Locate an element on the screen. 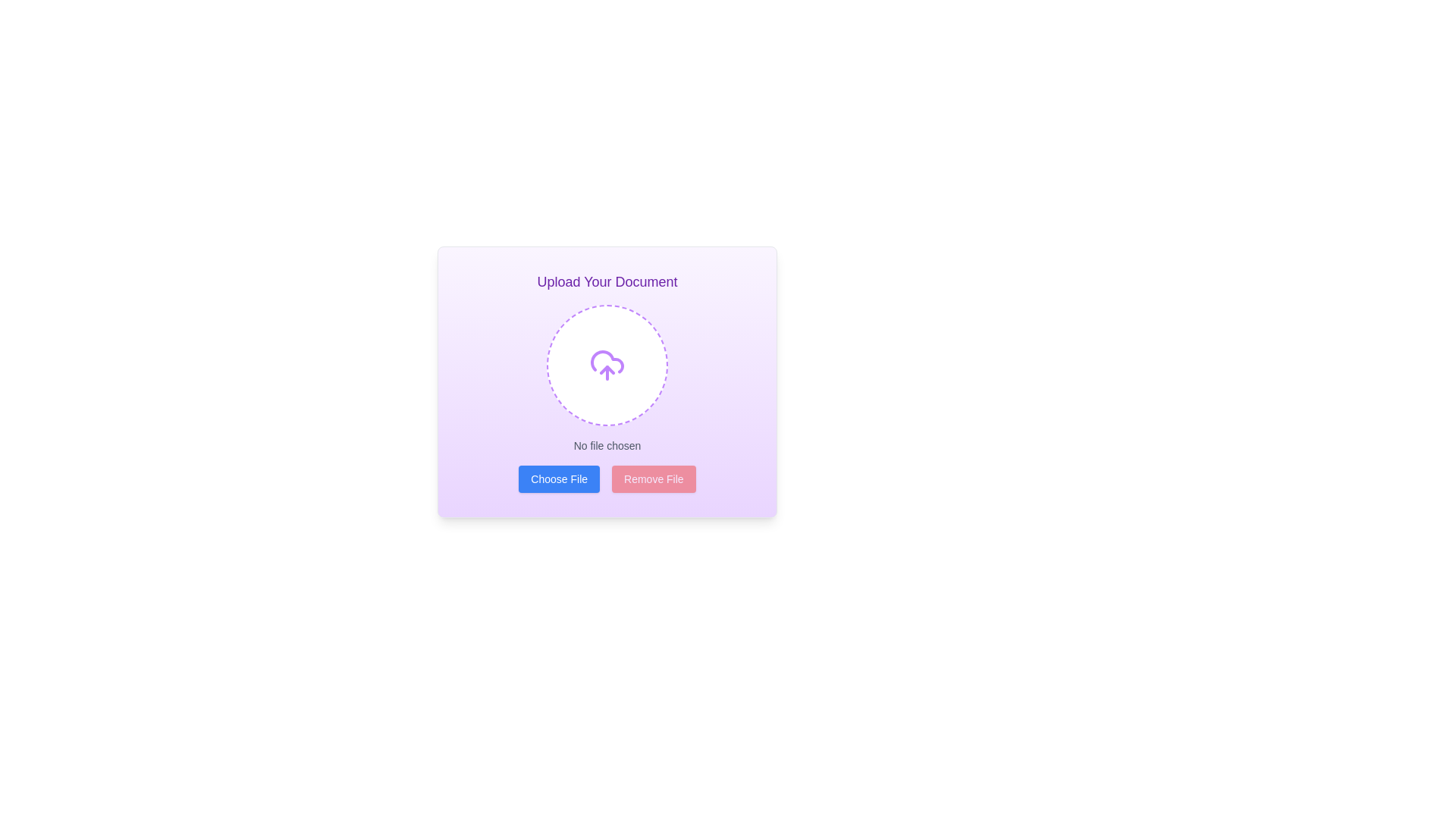 This screenshot has width=1456, height=819. the red button labeled 'Remove File' is located at coordinates (654, 479).